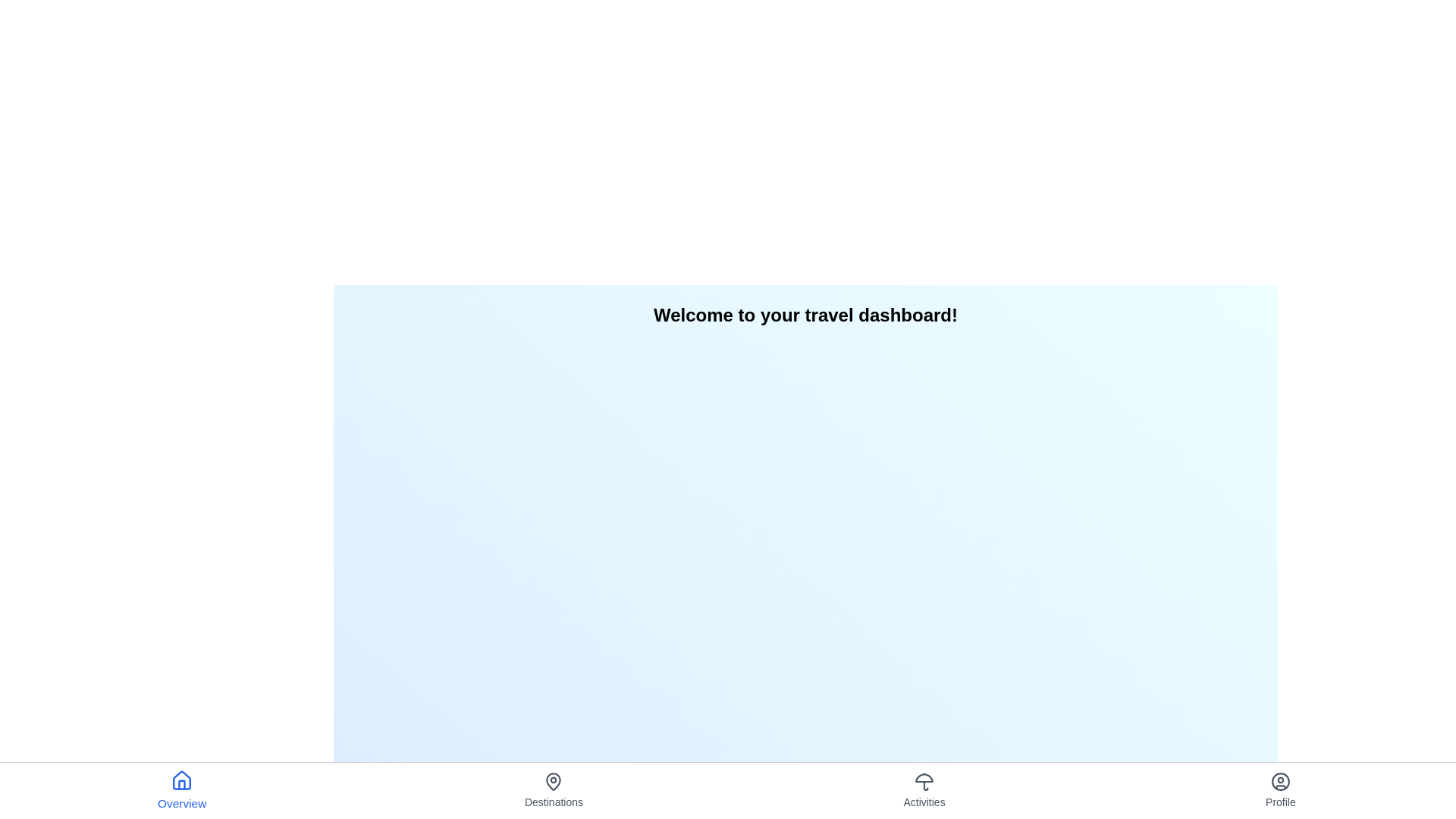  What do you see at coordinates (1279, 801) in the screenshot?
I see `the Text label for the profile navigation item located in the bottom navigation bar, which is directly beneath the user profile icon` at bounding box center [1279, 801].